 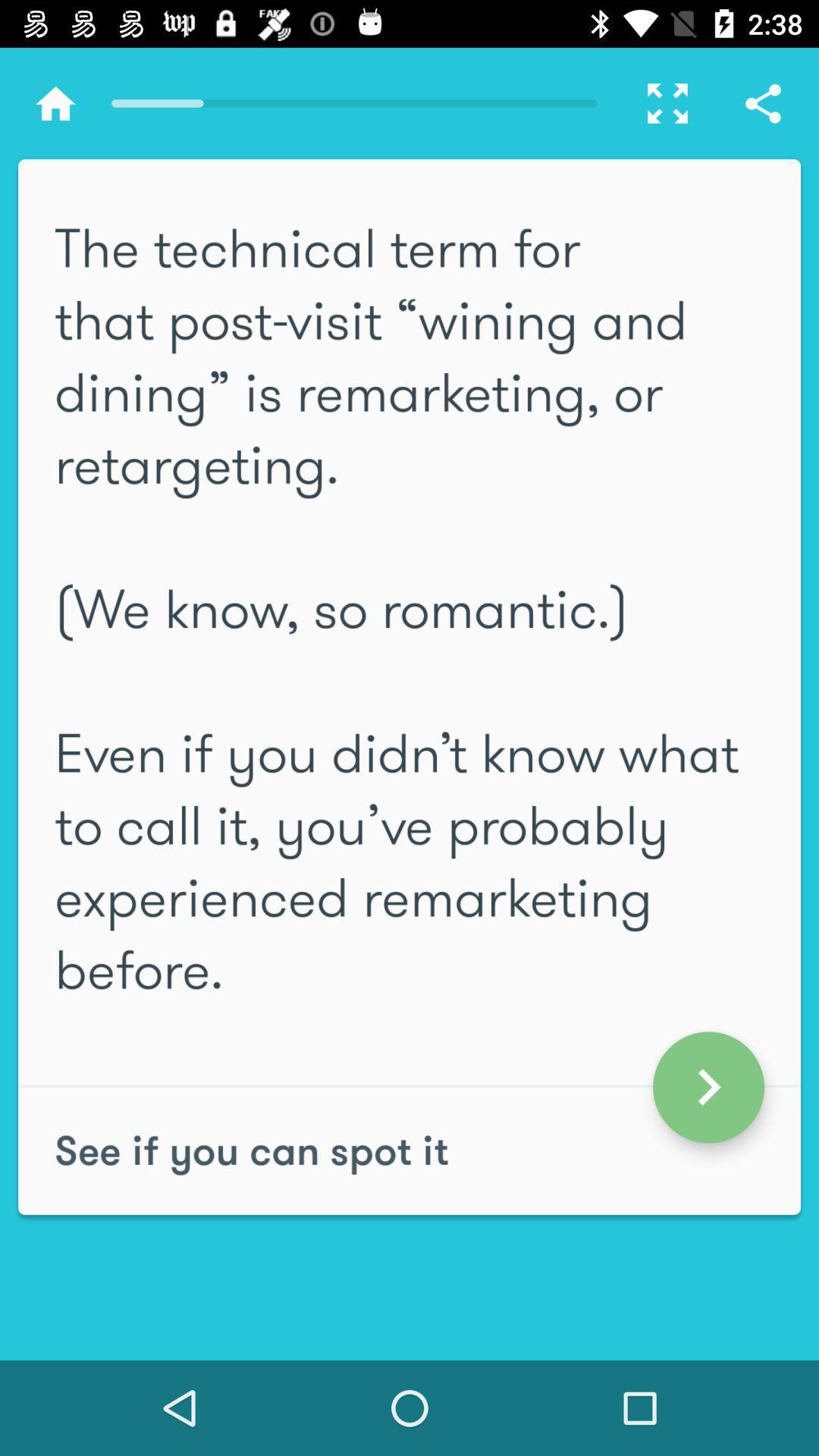 What do you see at coordinates (659, 102) in the screenshot?
I see `the fullscreen icon` at bounding box center [659, 102].